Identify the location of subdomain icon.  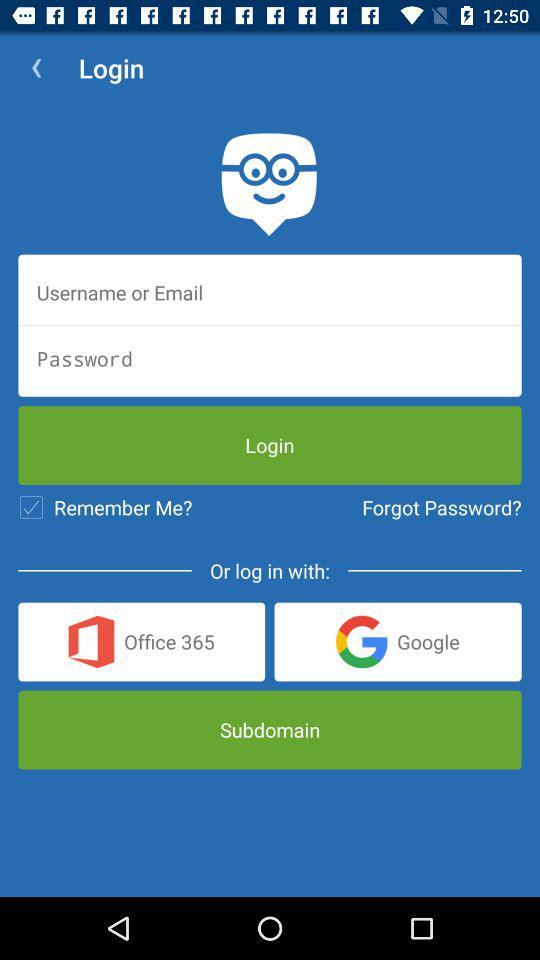
(270, 729).